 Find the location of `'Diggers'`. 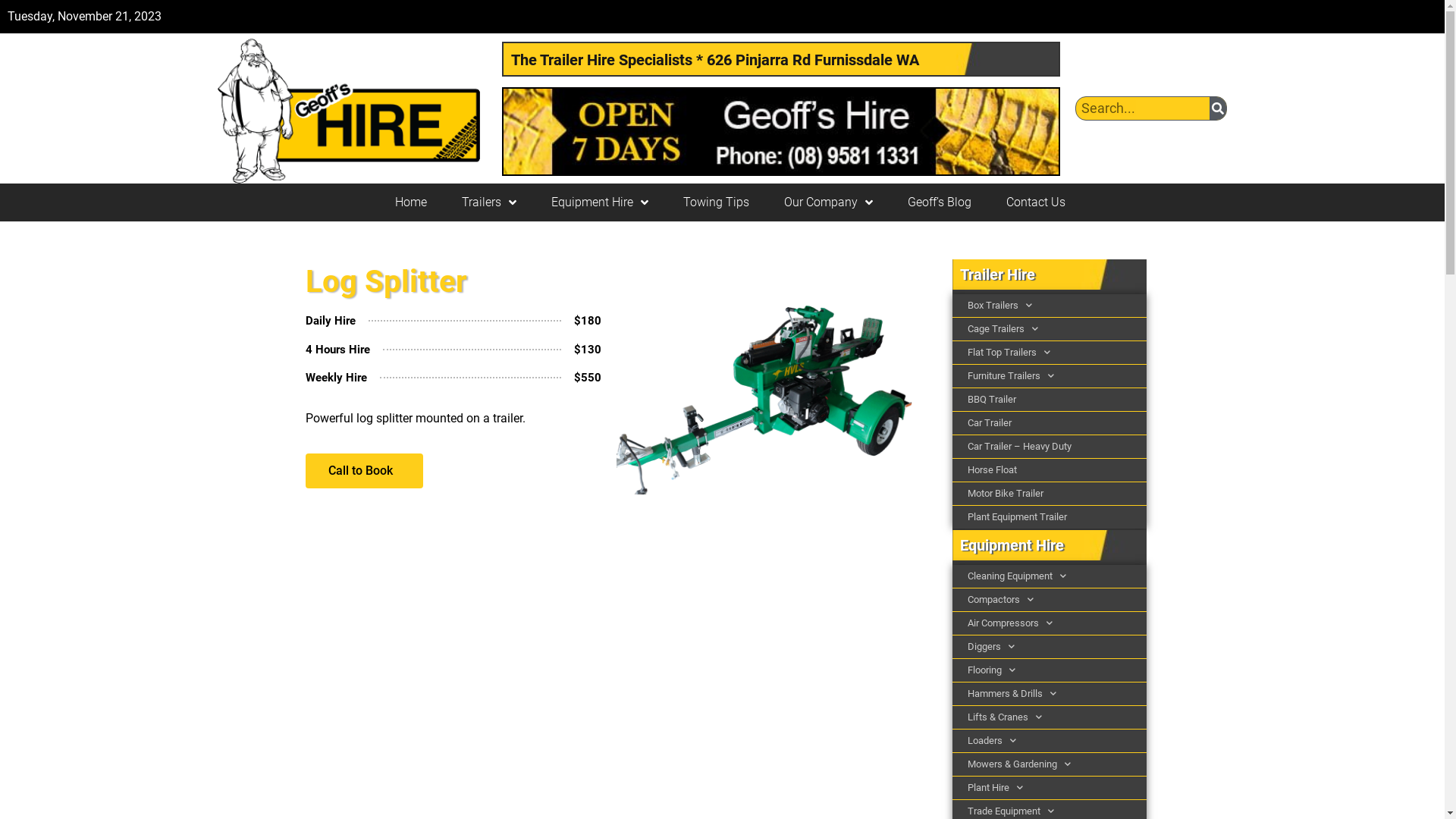

'Diggers' is located at coordinates (952, 646).